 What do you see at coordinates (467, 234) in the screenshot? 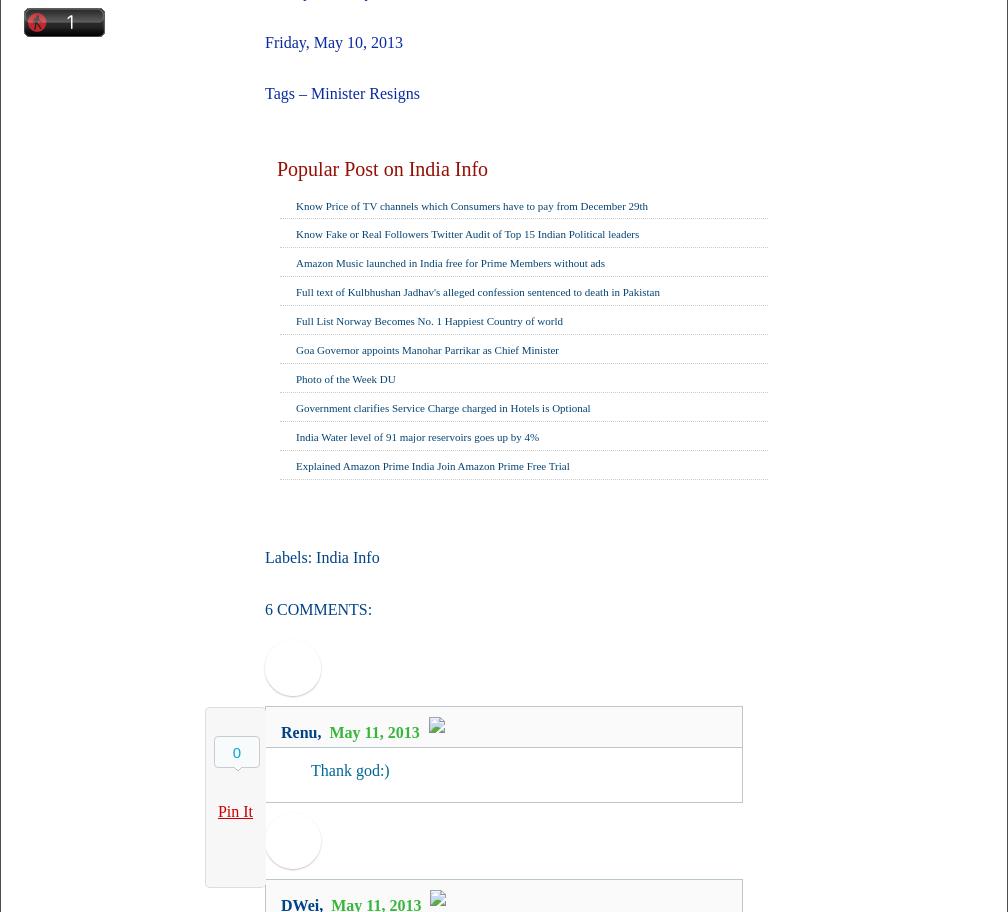
I see `'Know Fake or Real Followers Twitter Audit of Top 15 Indian Political leaders'` at bounding box center [467, 234].